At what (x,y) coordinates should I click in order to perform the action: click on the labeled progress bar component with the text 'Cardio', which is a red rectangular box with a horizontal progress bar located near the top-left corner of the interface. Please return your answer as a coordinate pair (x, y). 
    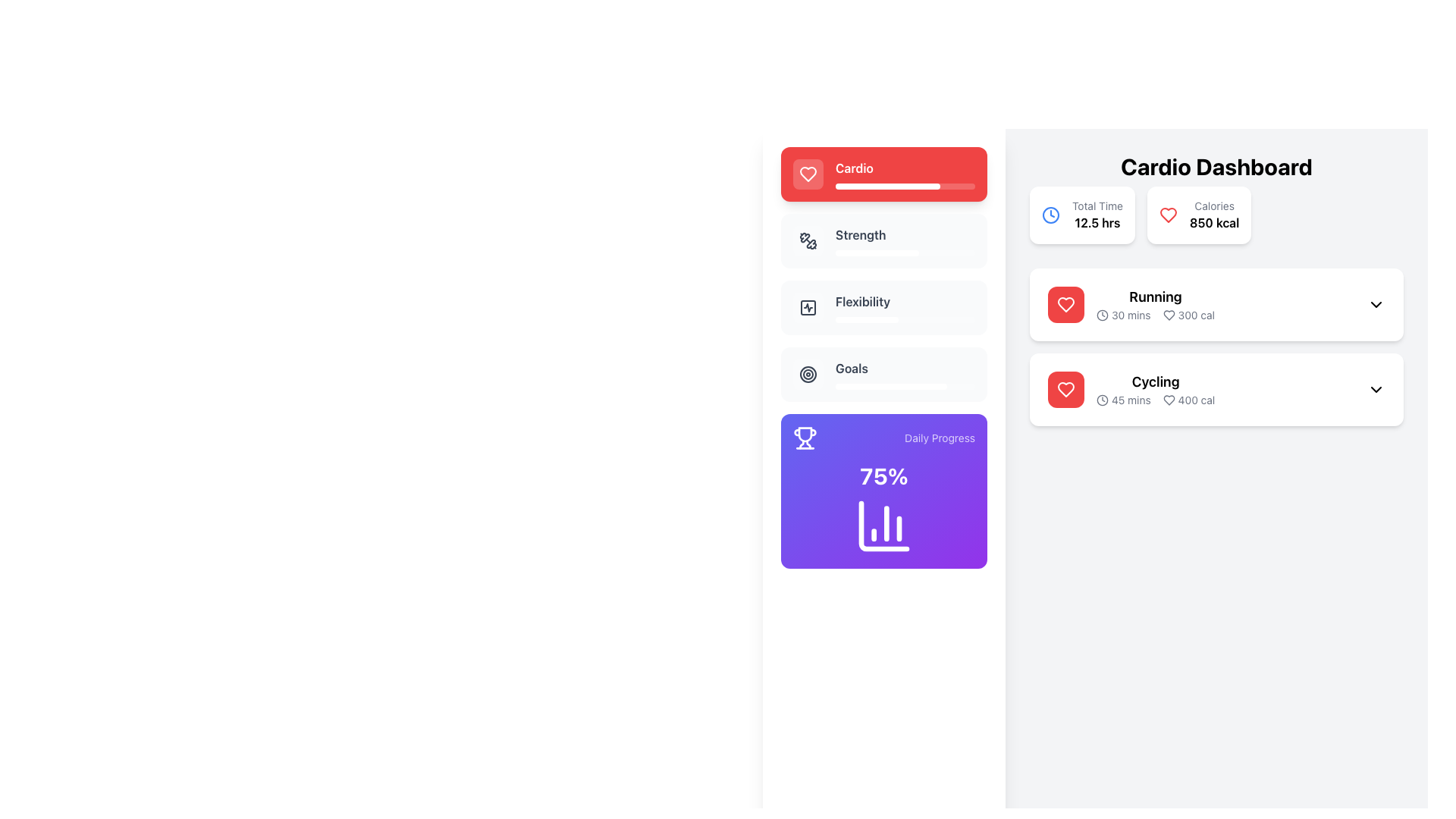
    Looking at the image, I should click on (905, 174).